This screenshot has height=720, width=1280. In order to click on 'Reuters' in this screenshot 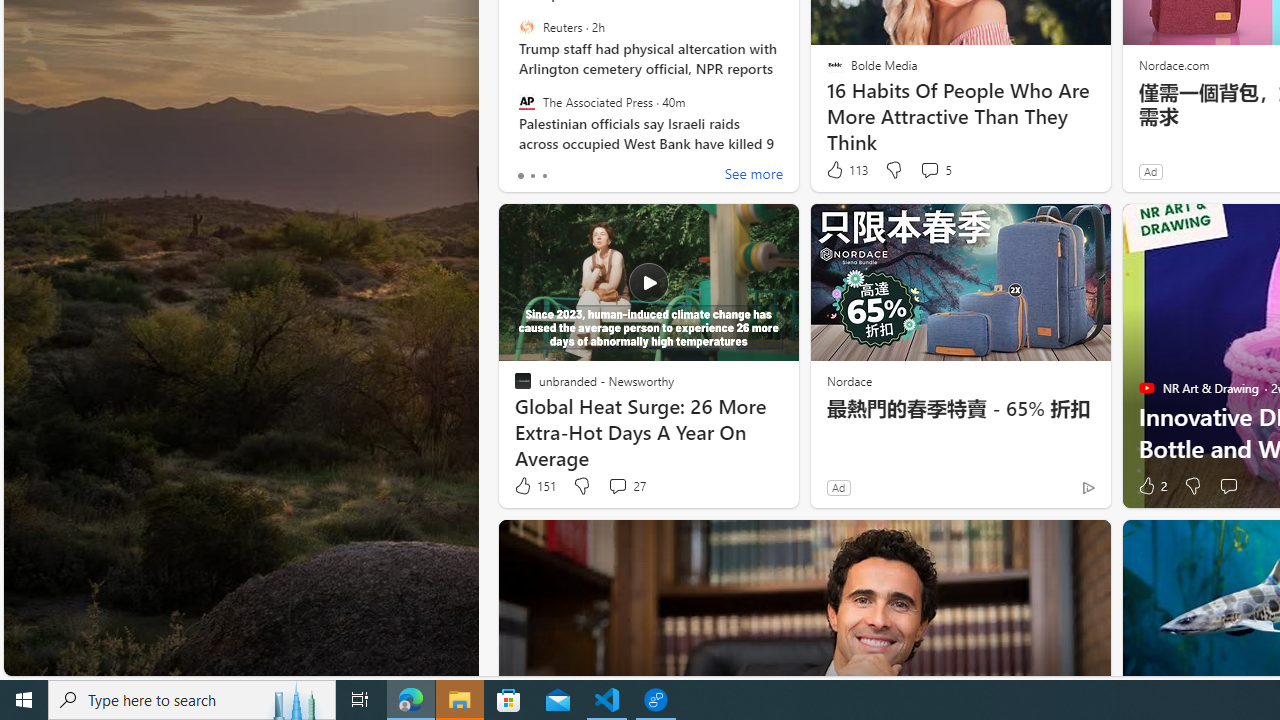, I will do `click(526, 27)`.